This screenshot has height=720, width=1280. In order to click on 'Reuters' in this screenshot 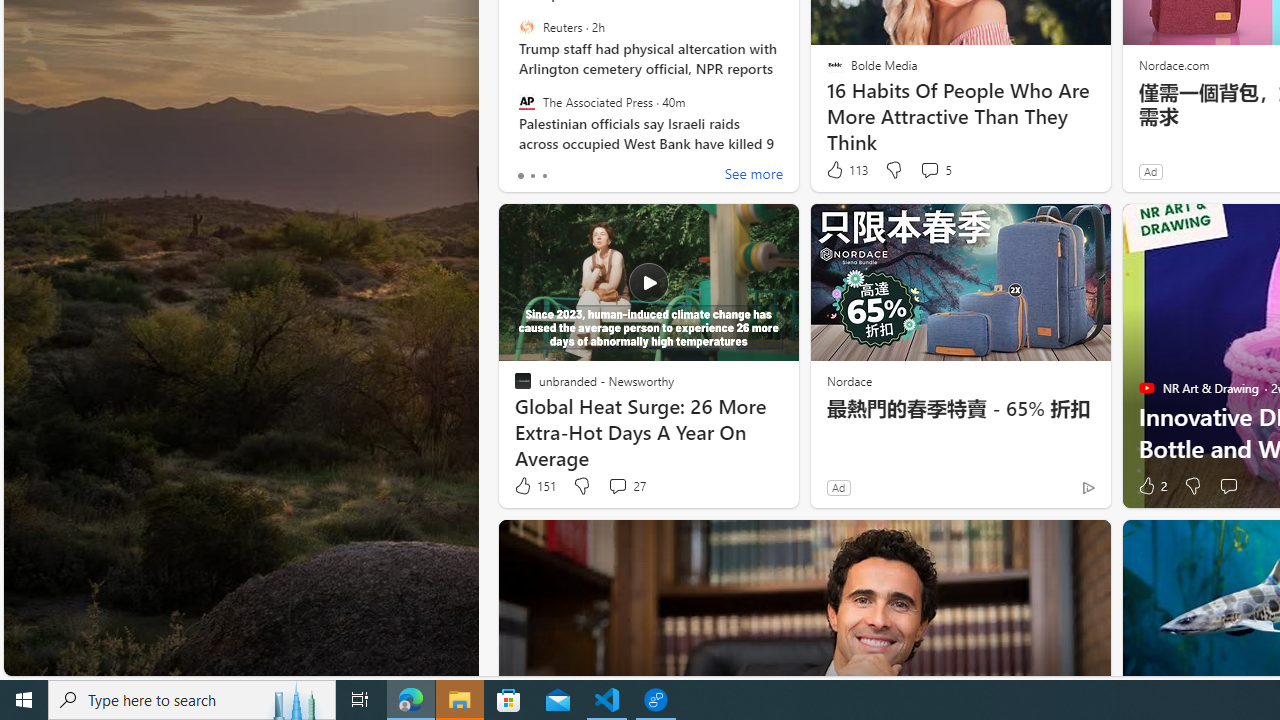, I will do `click(526, 27)`.